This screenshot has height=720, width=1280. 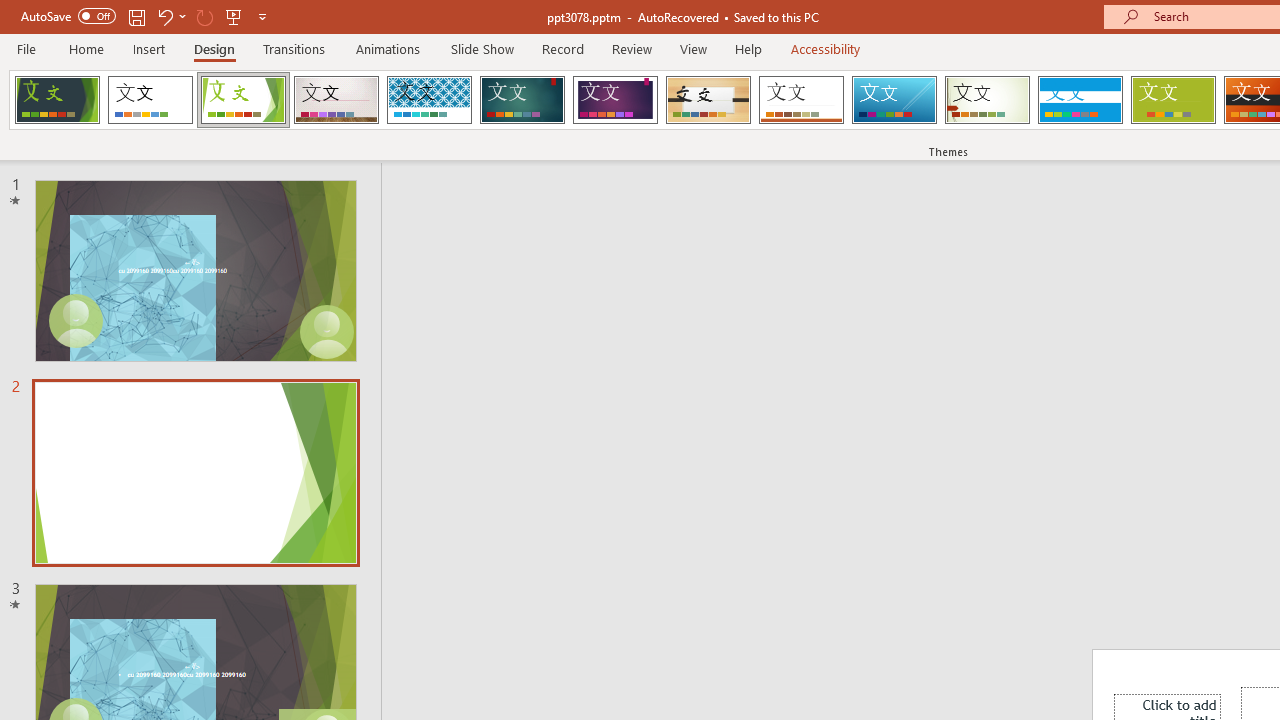 I want to click on 'Banded', so click(x=1079, y=100).